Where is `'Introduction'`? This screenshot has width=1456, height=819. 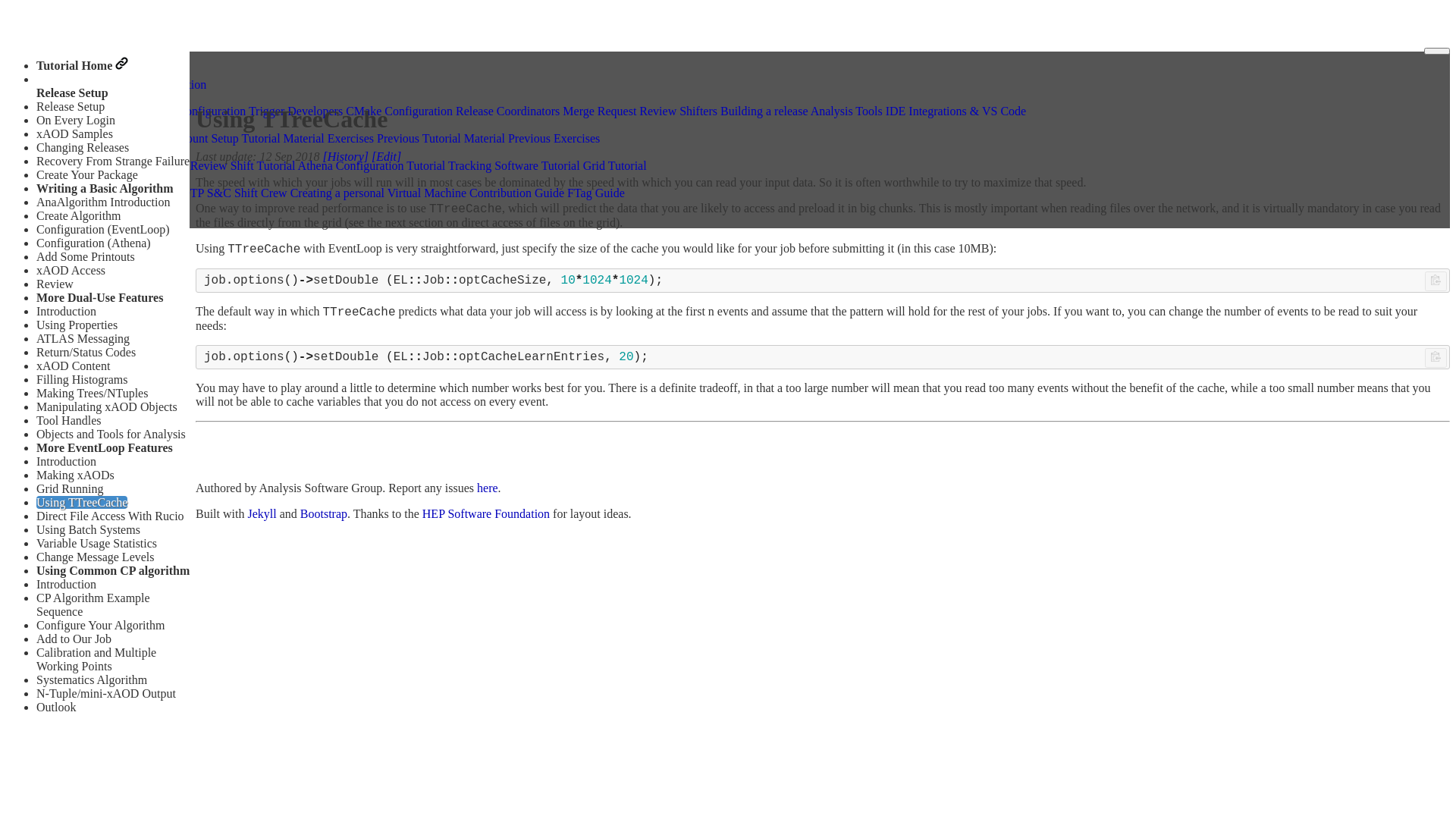
'Introduction' is located at coordinates (65, 460).